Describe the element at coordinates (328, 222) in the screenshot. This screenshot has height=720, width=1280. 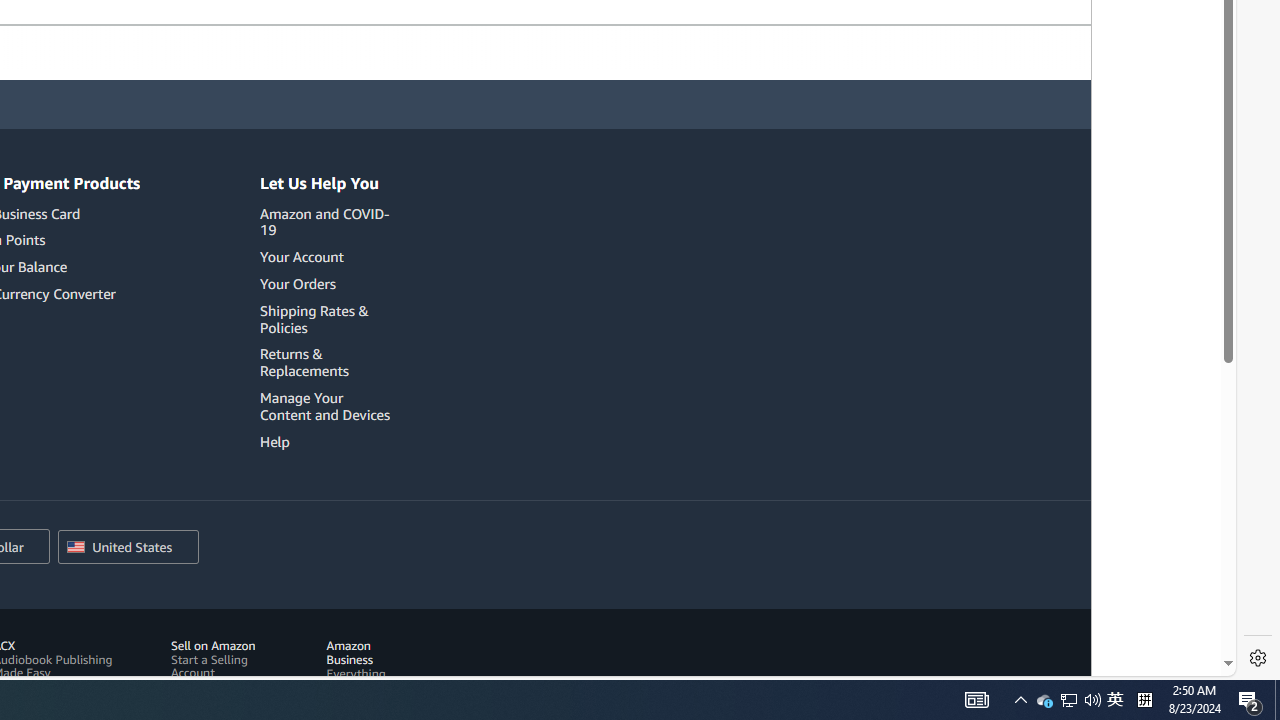
I see `'Amazon and COVID-19'` at that location.